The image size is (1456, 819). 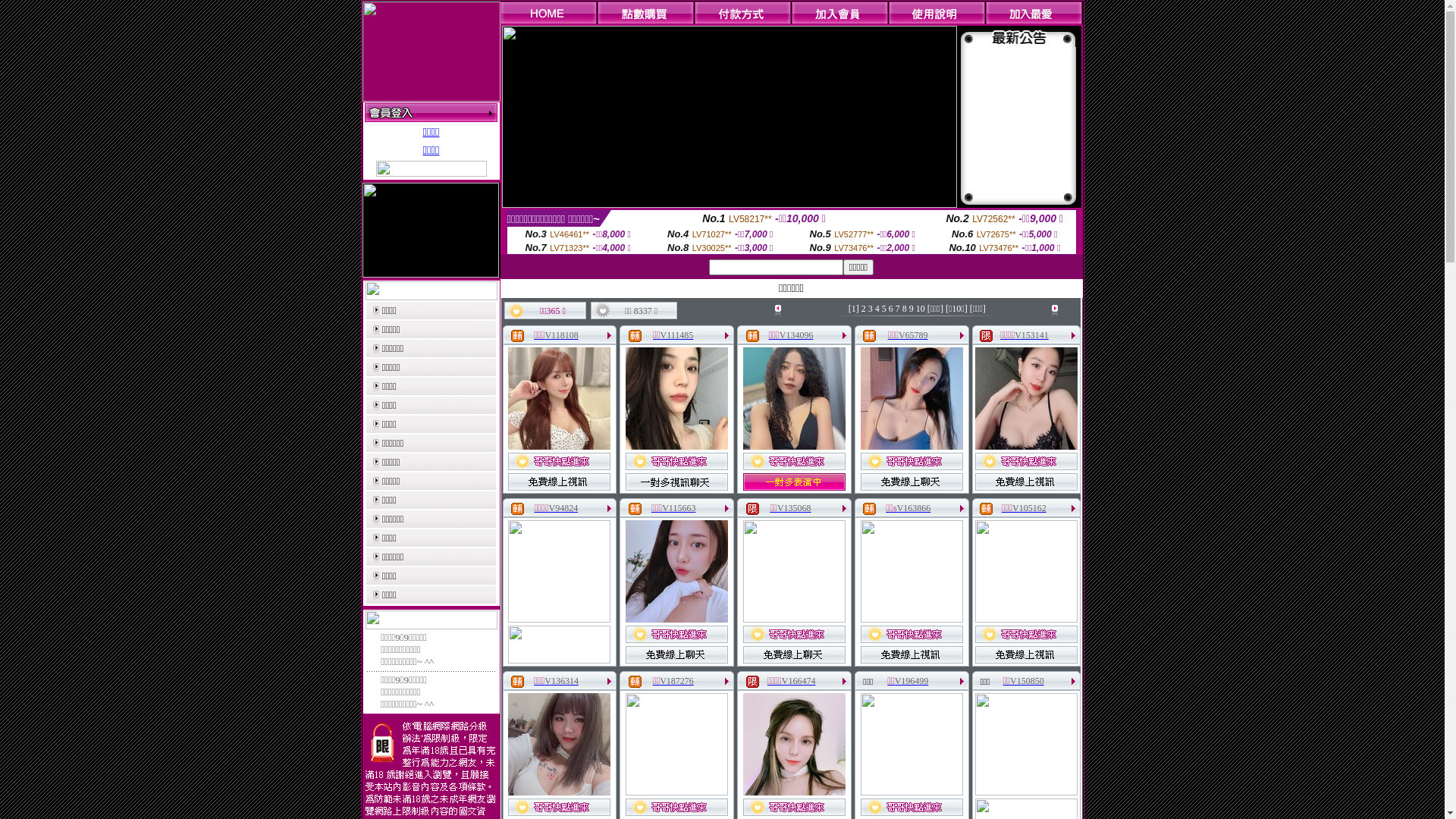 What do you see at coordinates (798, 680) in the screenshot?
I see `'V166474'` at bounding box center [798, 680].